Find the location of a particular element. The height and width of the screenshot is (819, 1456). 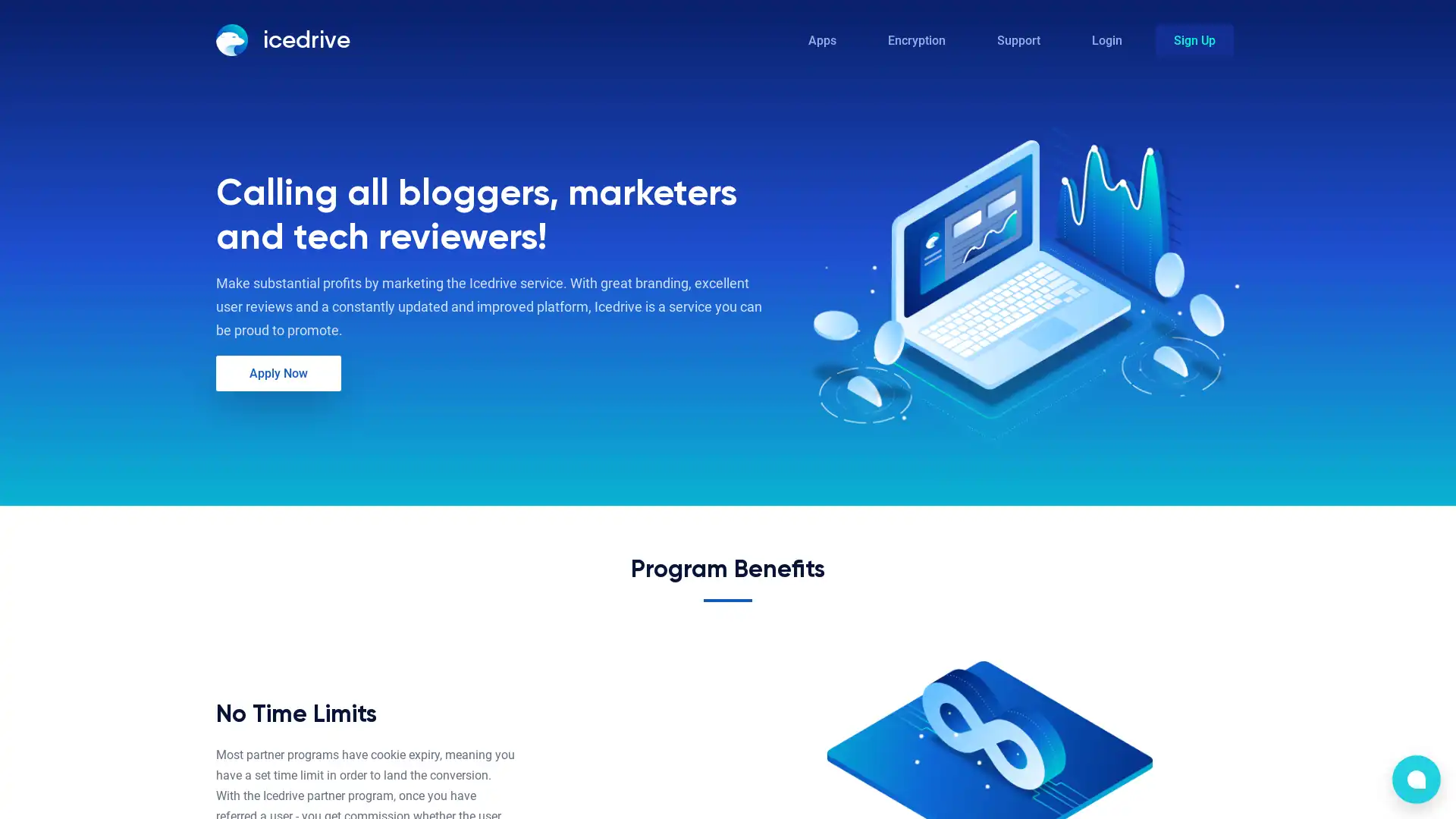

bubble-icon is located at coordinates (1415, 780).